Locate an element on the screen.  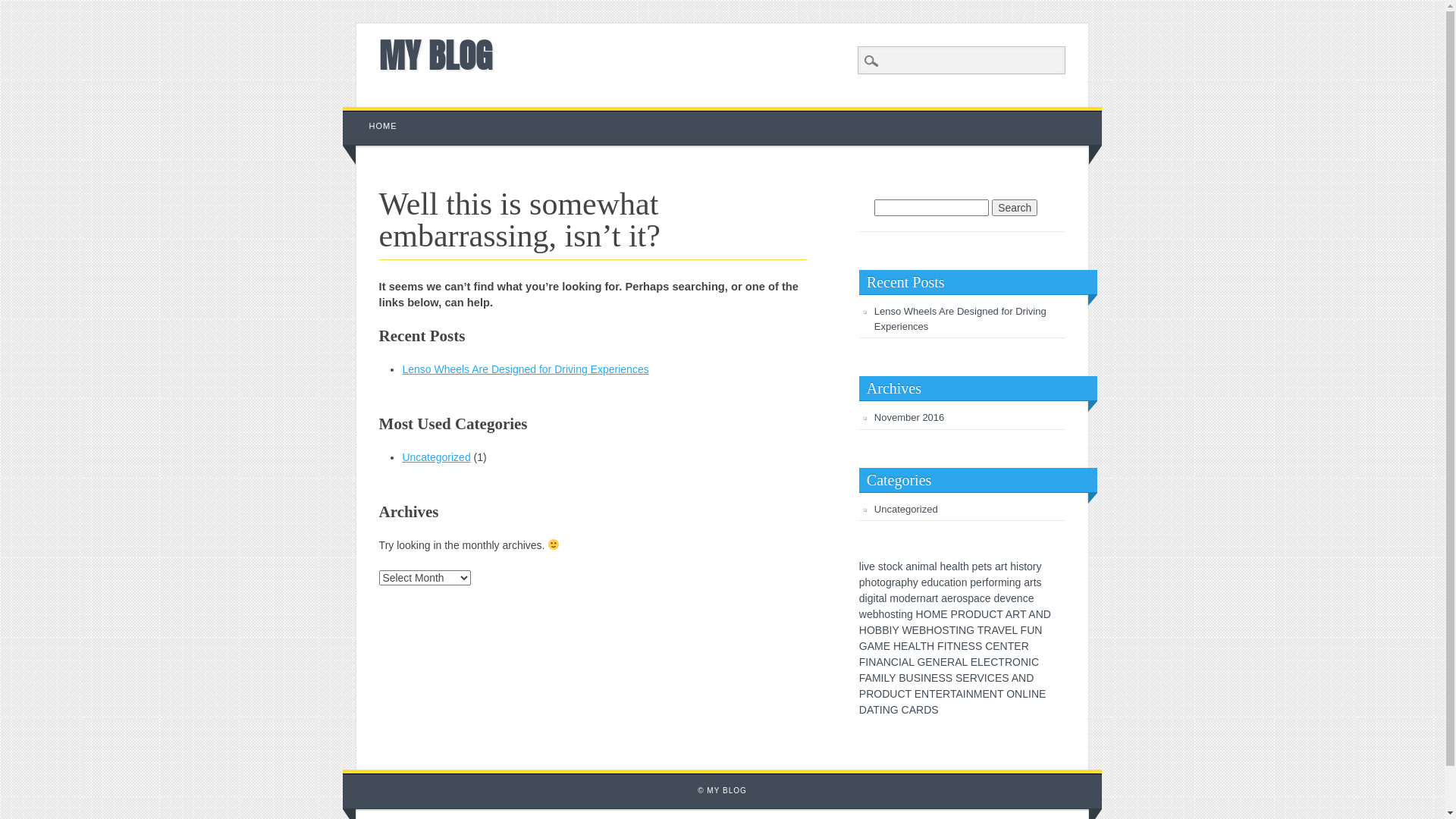
'f' is located at coordinates (987, 581).